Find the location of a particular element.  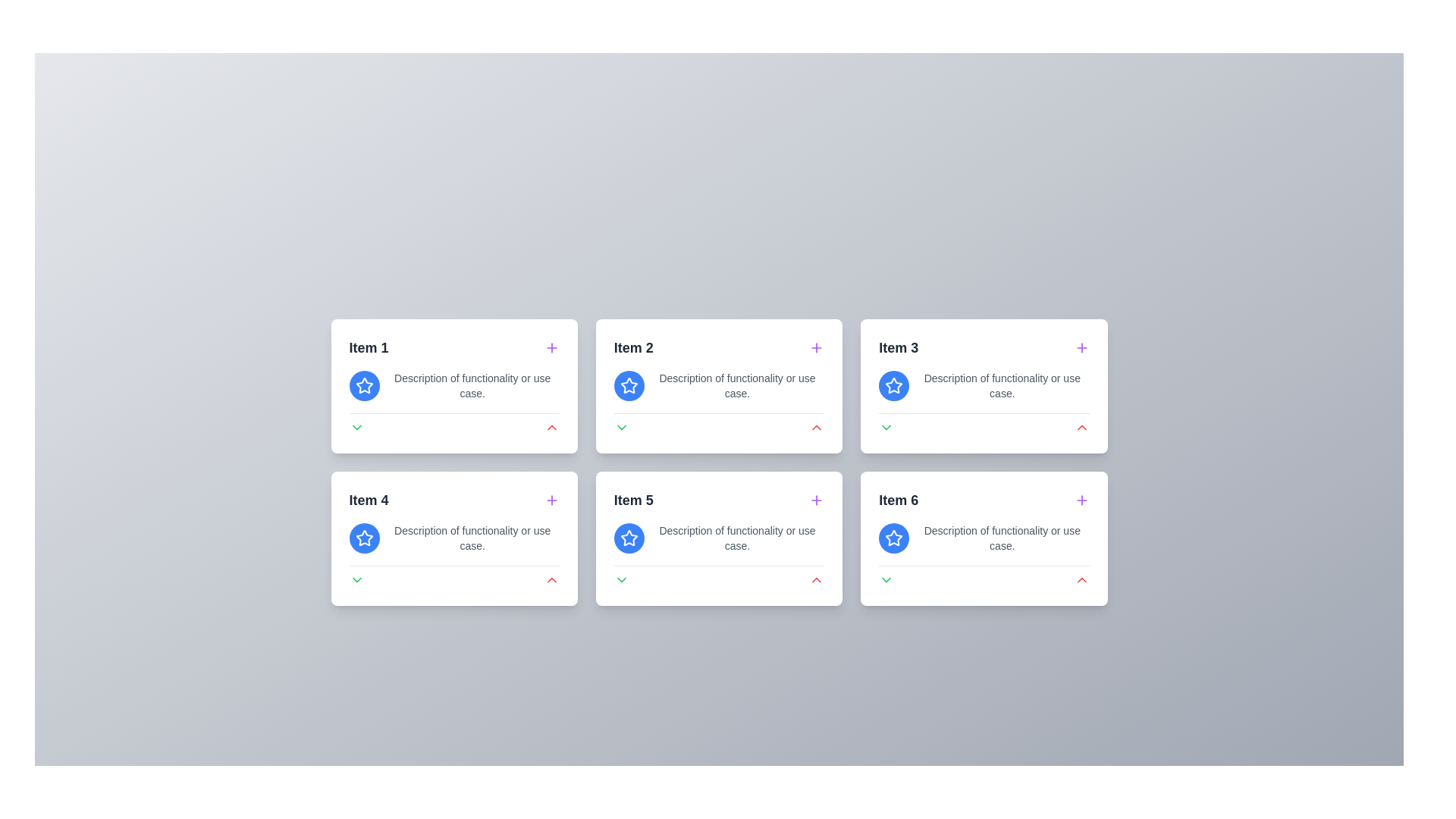

the Static text label displaying 'Item 4' located in the top-left corner of the card in the second row, first column of a grid layout is located at coordinates (369, 500).